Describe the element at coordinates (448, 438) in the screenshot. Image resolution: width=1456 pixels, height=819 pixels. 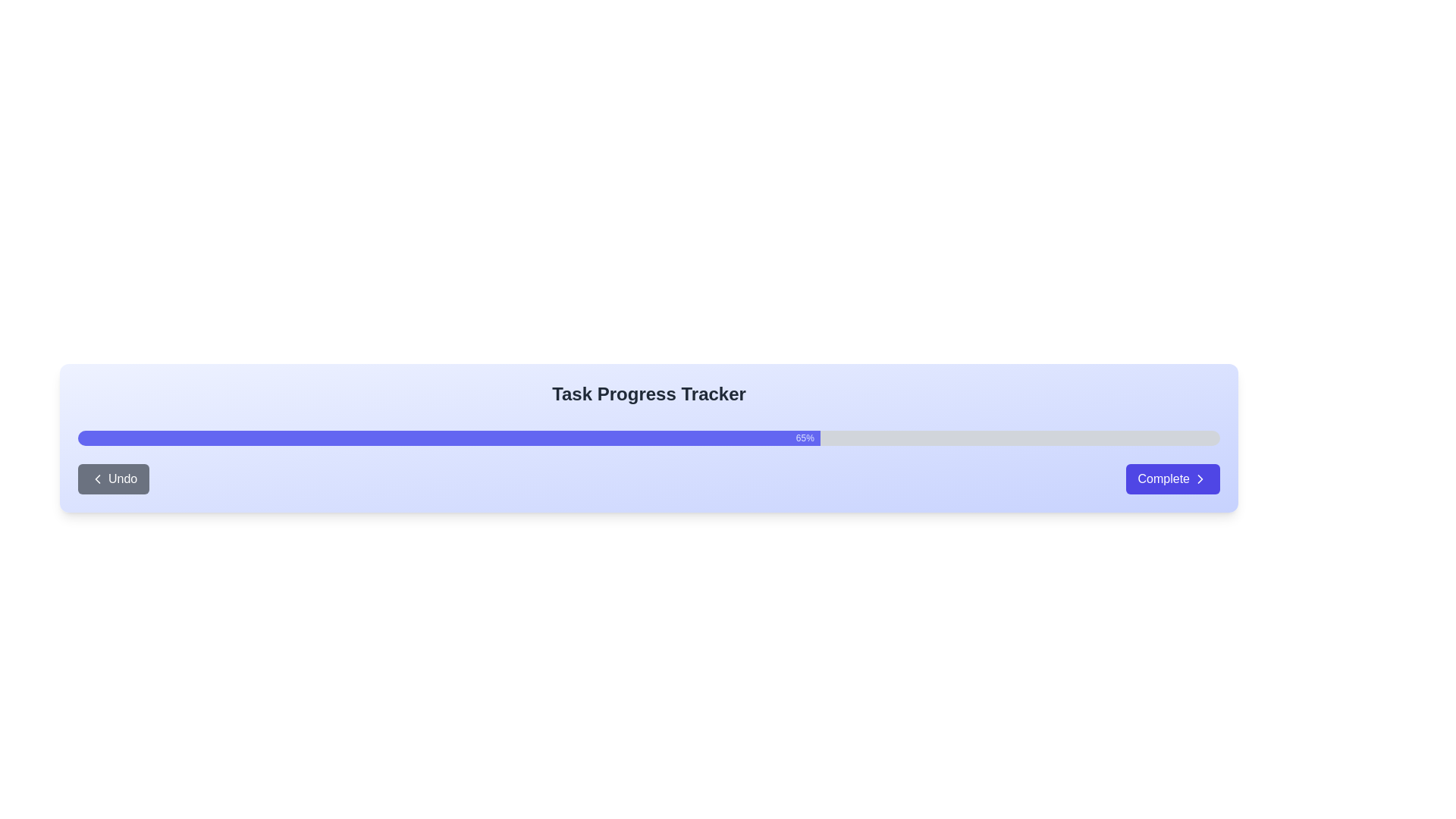
I see `the filled portion of the progress bar indicating 65% completion, which displays the label '65%'` at that location.